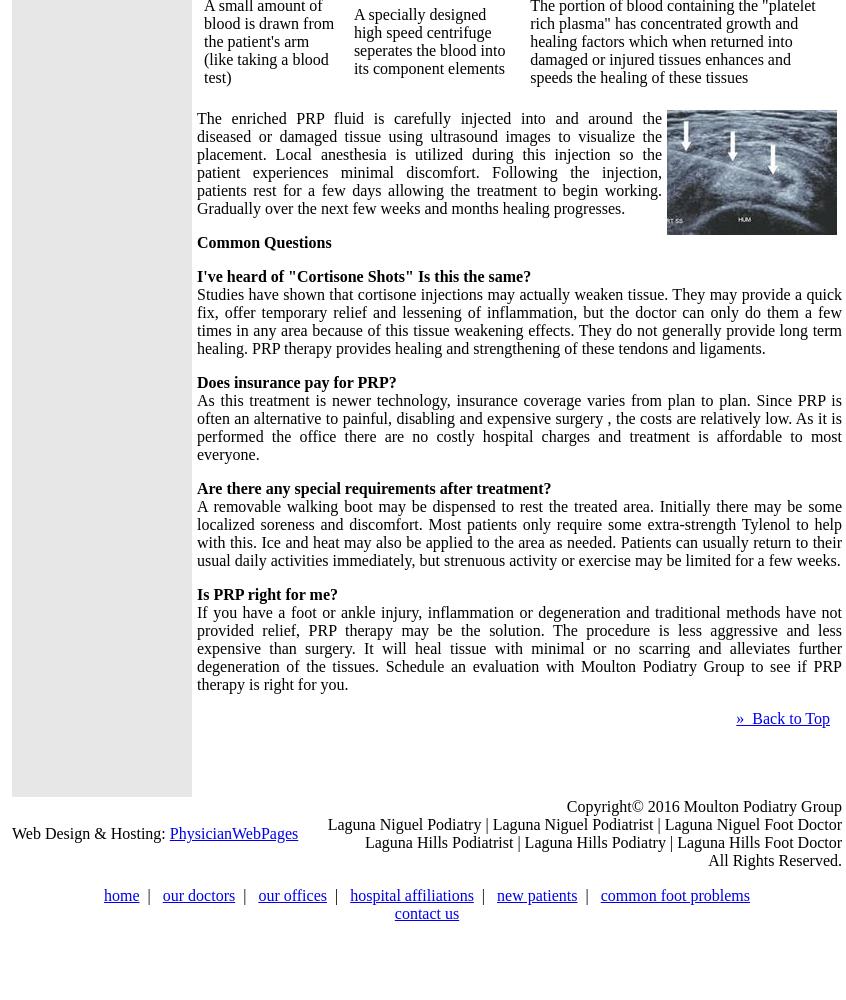 The image size is (846, 1000). What do you see at coordinates (233, 832) in the screenshot?
I see `'PhysicianWebPages'` at bounding box center [233, 832].